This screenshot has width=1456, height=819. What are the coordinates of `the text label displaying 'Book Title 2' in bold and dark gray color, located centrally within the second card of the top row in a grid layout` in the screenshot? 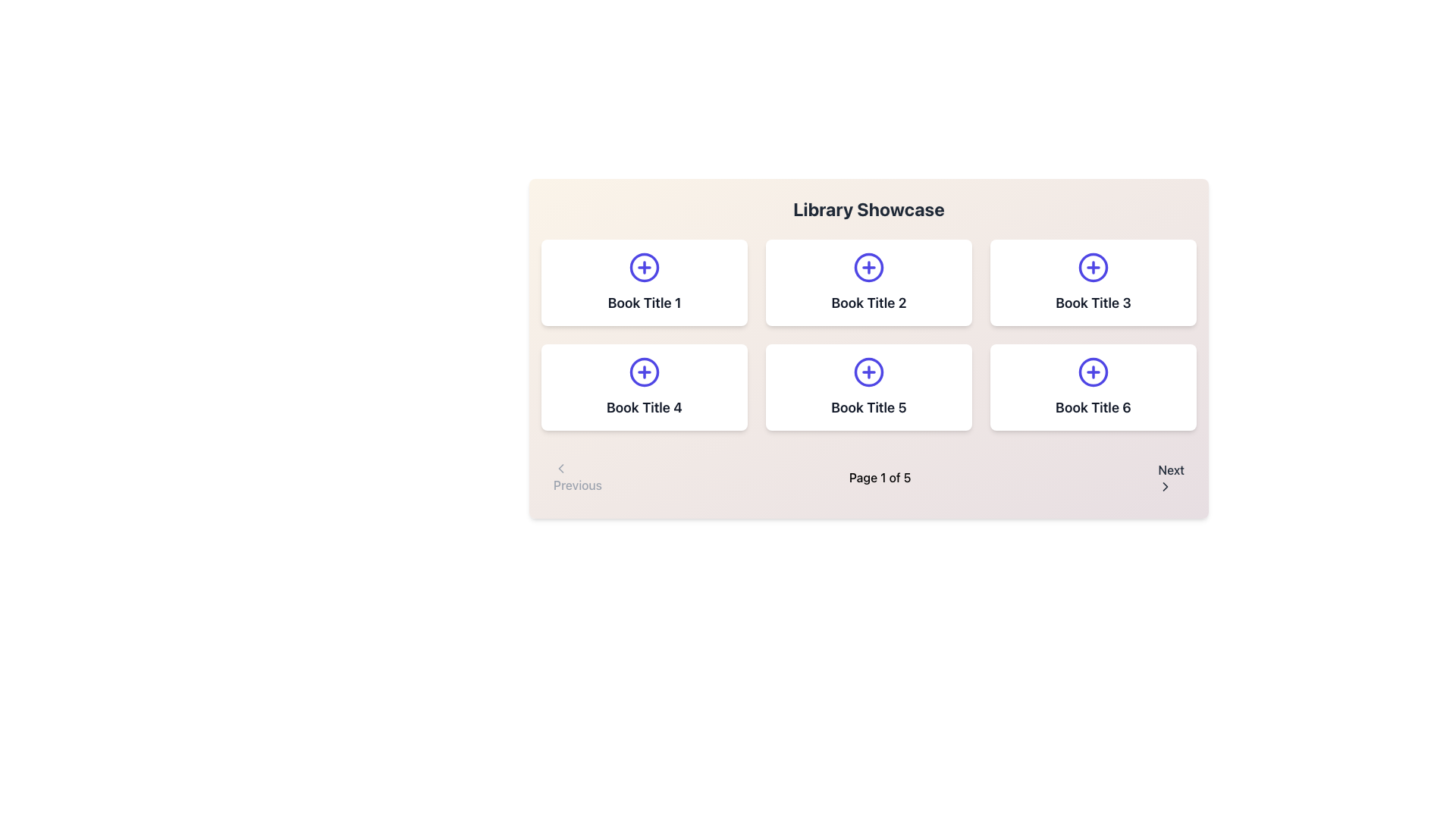 It's located at (869, 303).